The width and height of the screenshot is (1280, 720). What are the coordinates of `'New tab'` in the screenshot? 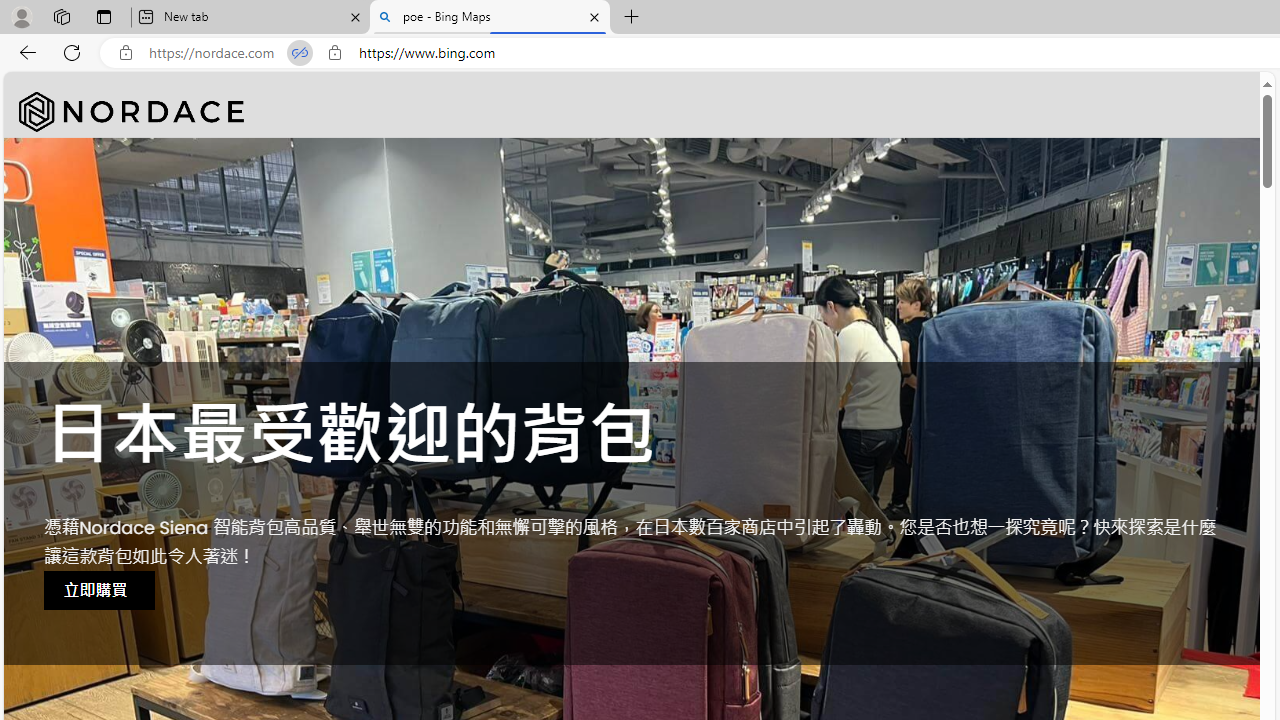 It's located at (249, 17).